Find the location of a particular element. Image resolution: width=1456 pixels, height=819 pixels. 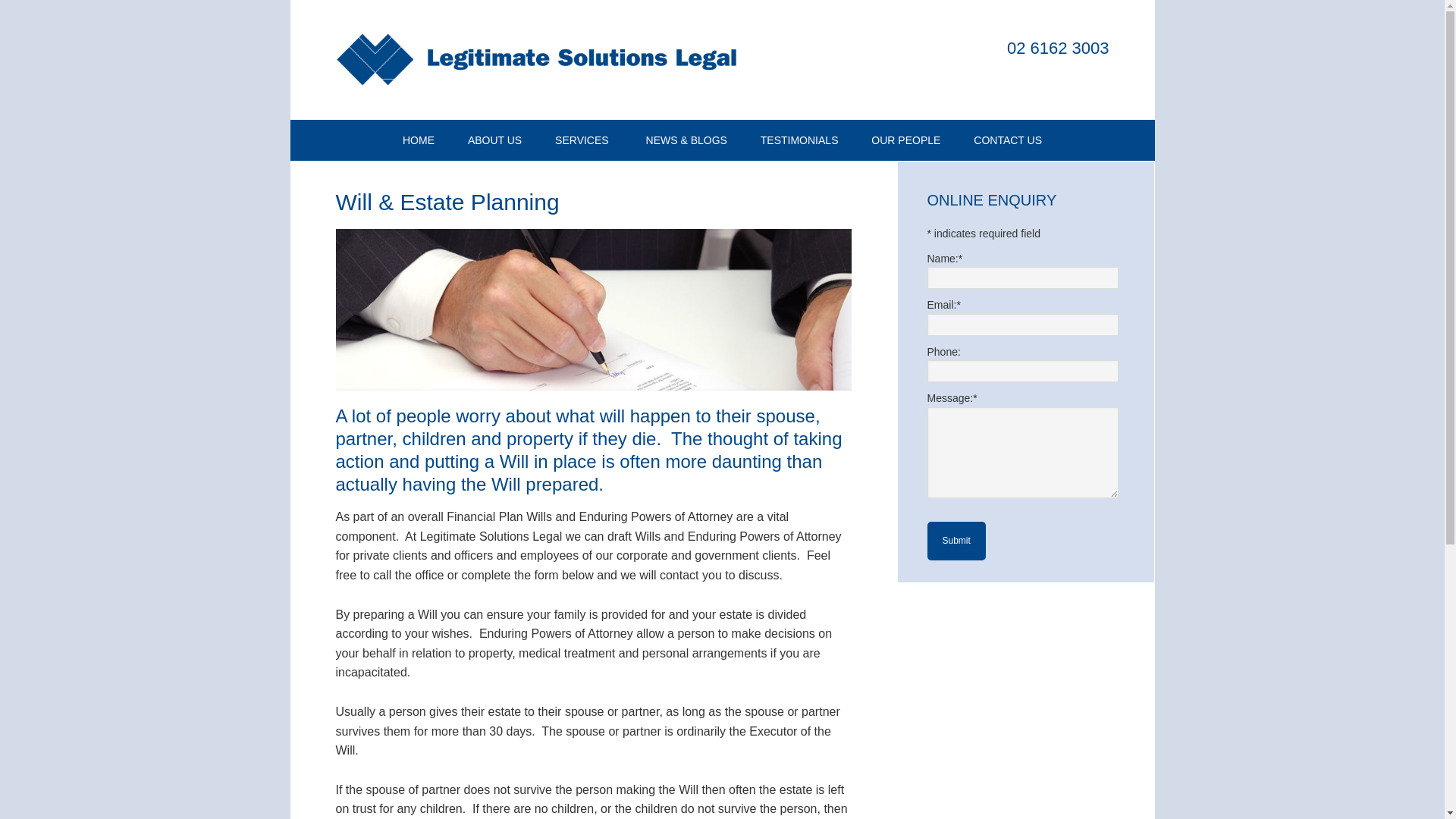

'TESTIMONIALS' is located at coordinates (745, 140).